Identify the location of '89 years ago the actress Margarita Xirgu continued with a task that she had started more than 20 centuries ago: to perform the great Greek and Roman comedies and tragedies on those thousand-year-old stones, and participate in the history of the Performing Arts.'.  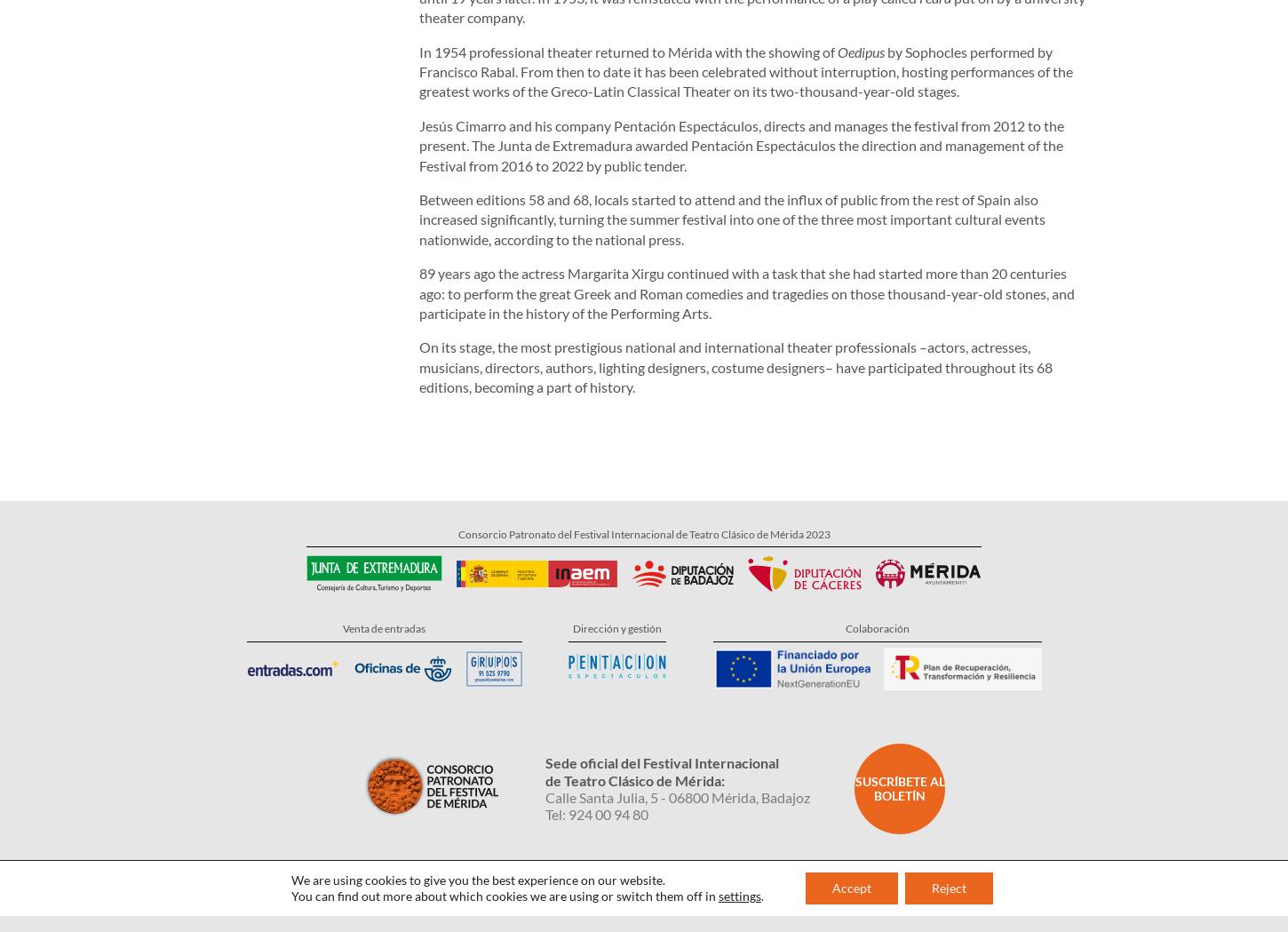
(746, 220).